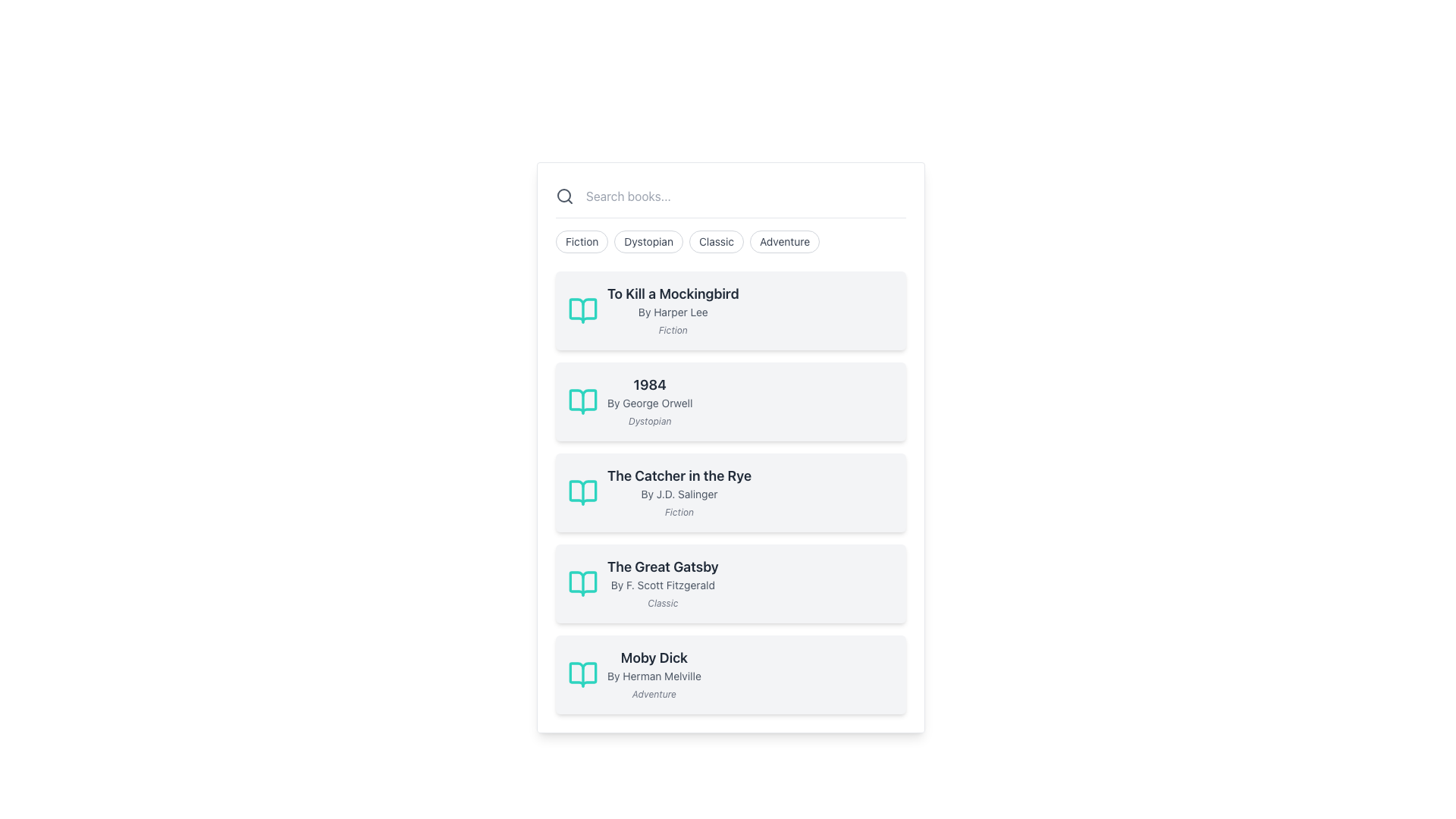 This screenshot has width=1456, height=819. What do you see at coordinates (663, 567) in the screenshot?
I see `the title text label of the book in the fourth card of the vertical list, which displays the title above the author name 'By F. Scott Fitzgerald' and the genre 'Classic'` at bounding box center [663, 567].